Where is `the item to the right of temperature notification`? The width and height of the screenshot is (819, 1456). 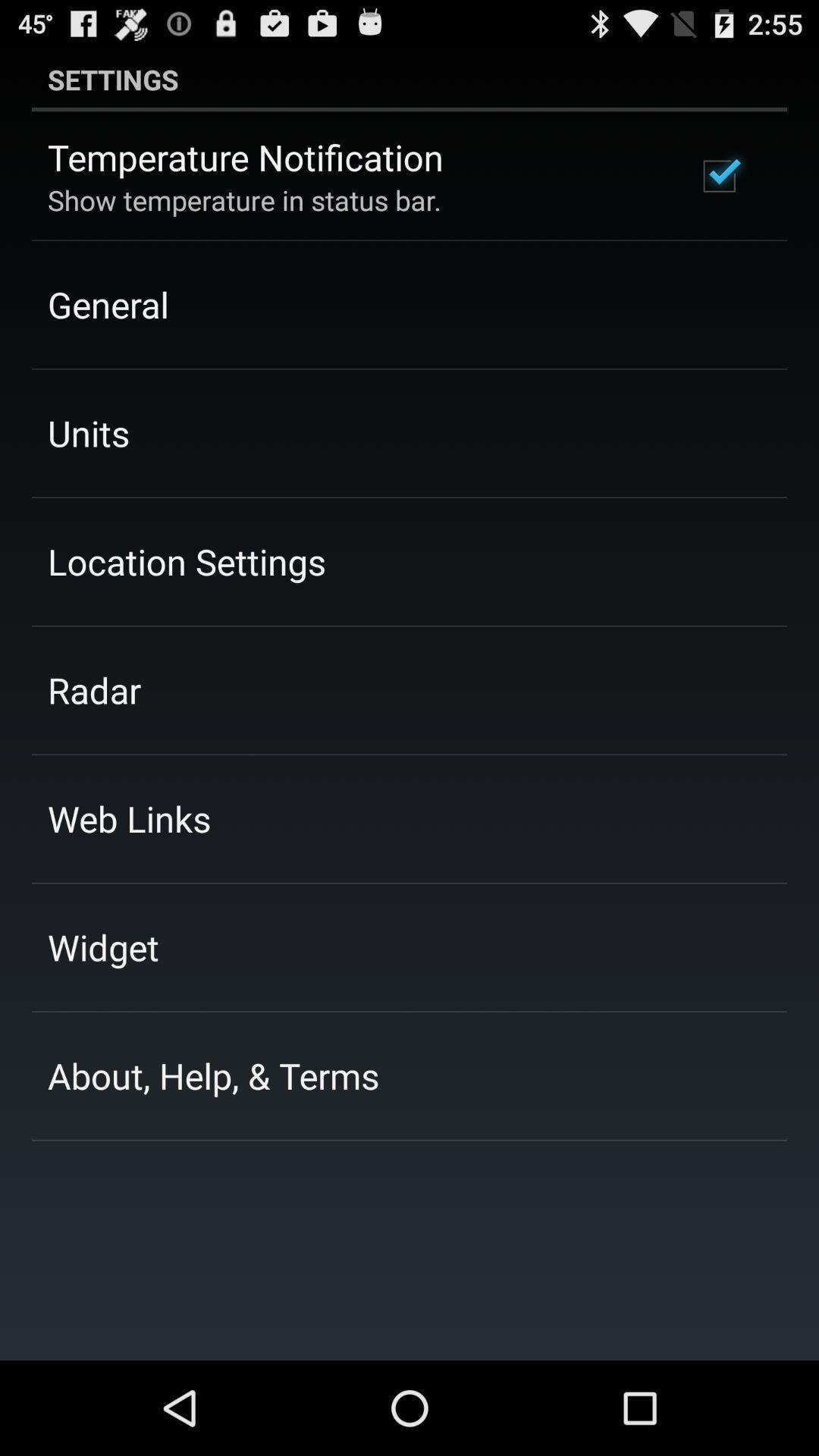 the item to the right of temperature notification is located at coordinates (718, 176).